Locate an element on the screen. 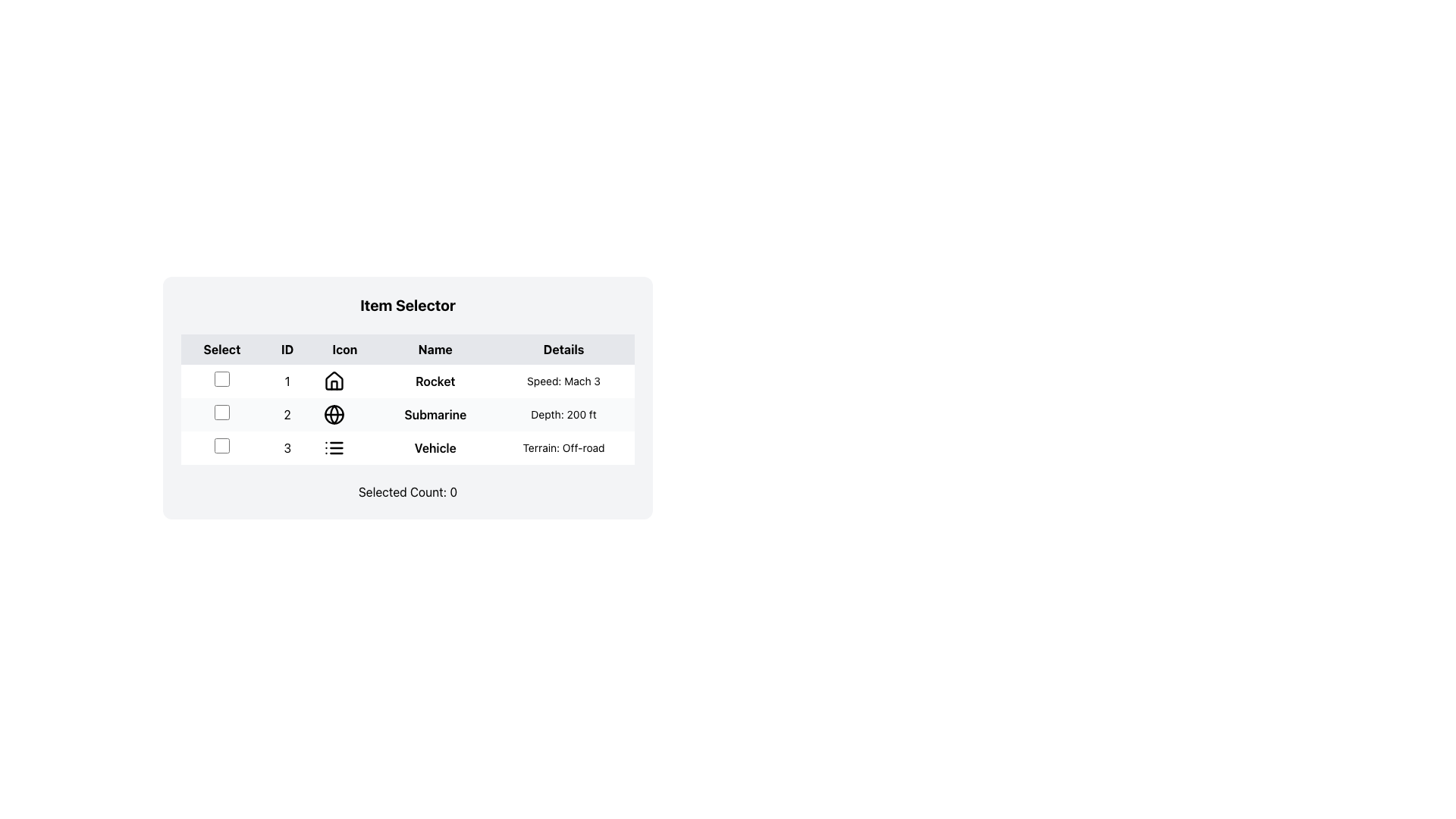 This screenshot has height=819, width=1456. the house icon graphic located in the first row of the table under the 'Icon' column is located at coordinates (334, 384).